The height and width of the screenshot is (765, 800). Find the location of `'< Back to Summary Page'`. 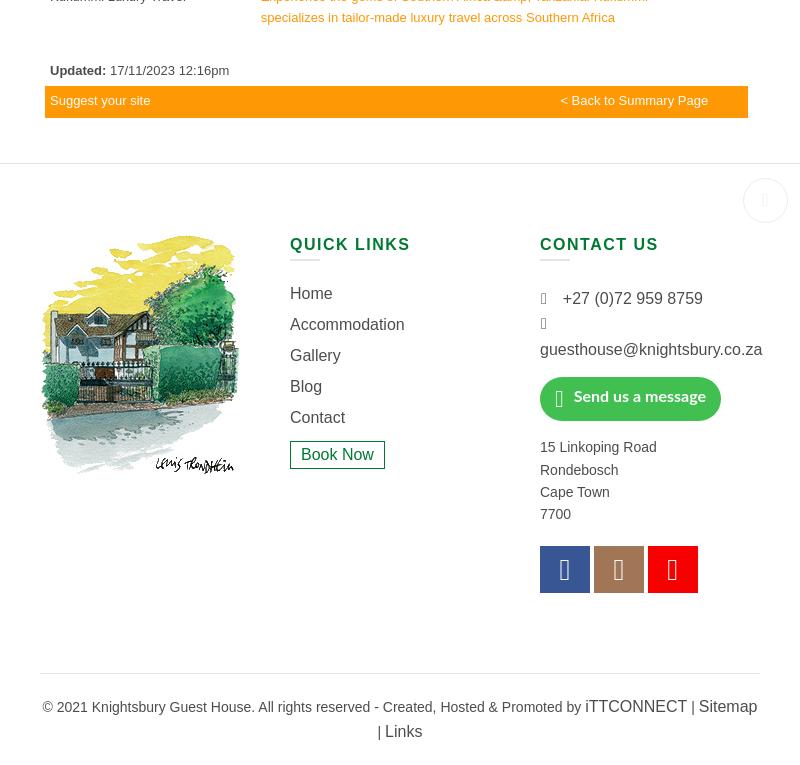

'< Back to Summary Page' is located at coordinates (633, 99).